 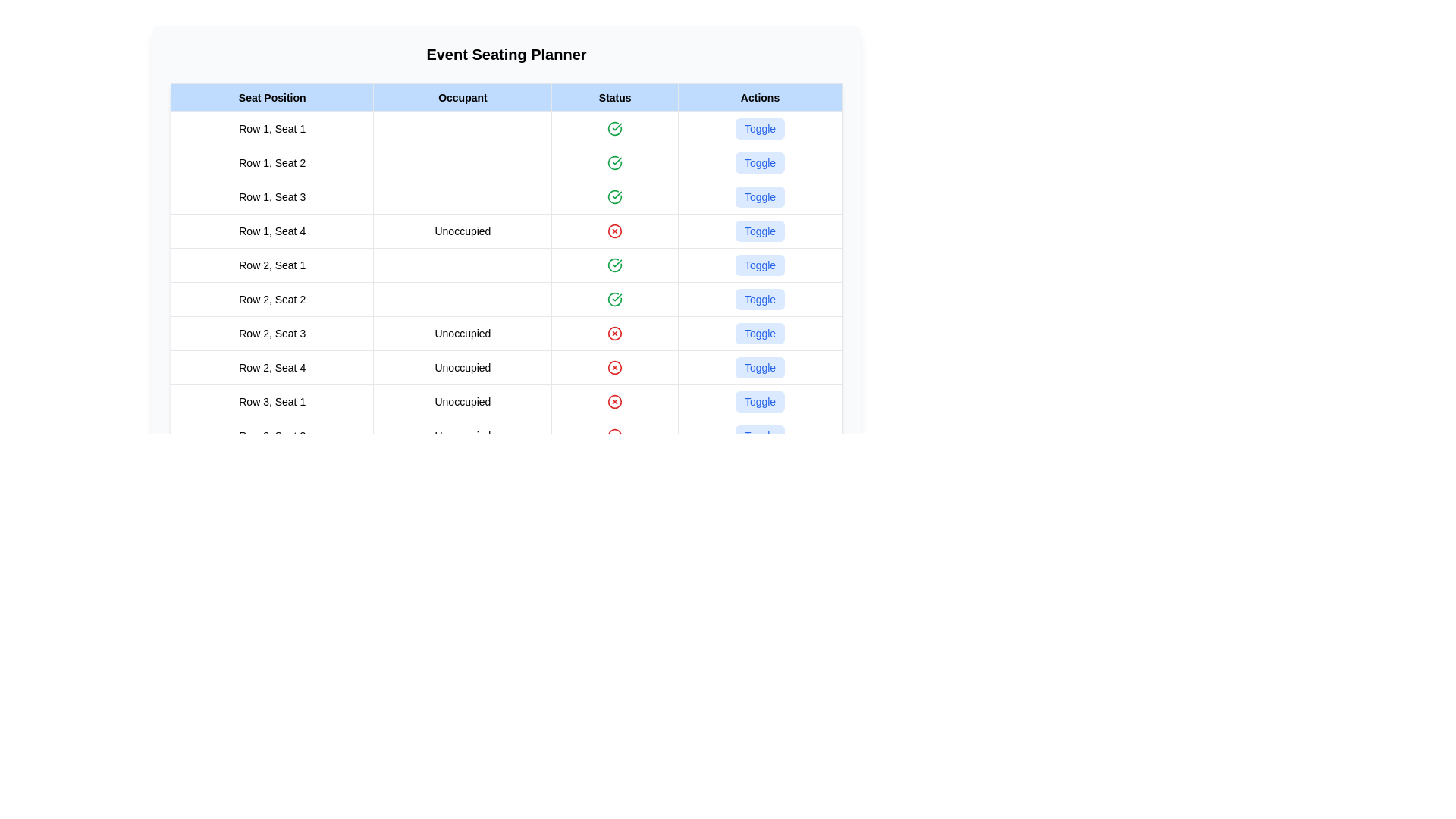 I want to click on the red circular icon with a white 'X' inside it, located in the 'Status' column of the 4th row in the table, so click(x=615, y=231).